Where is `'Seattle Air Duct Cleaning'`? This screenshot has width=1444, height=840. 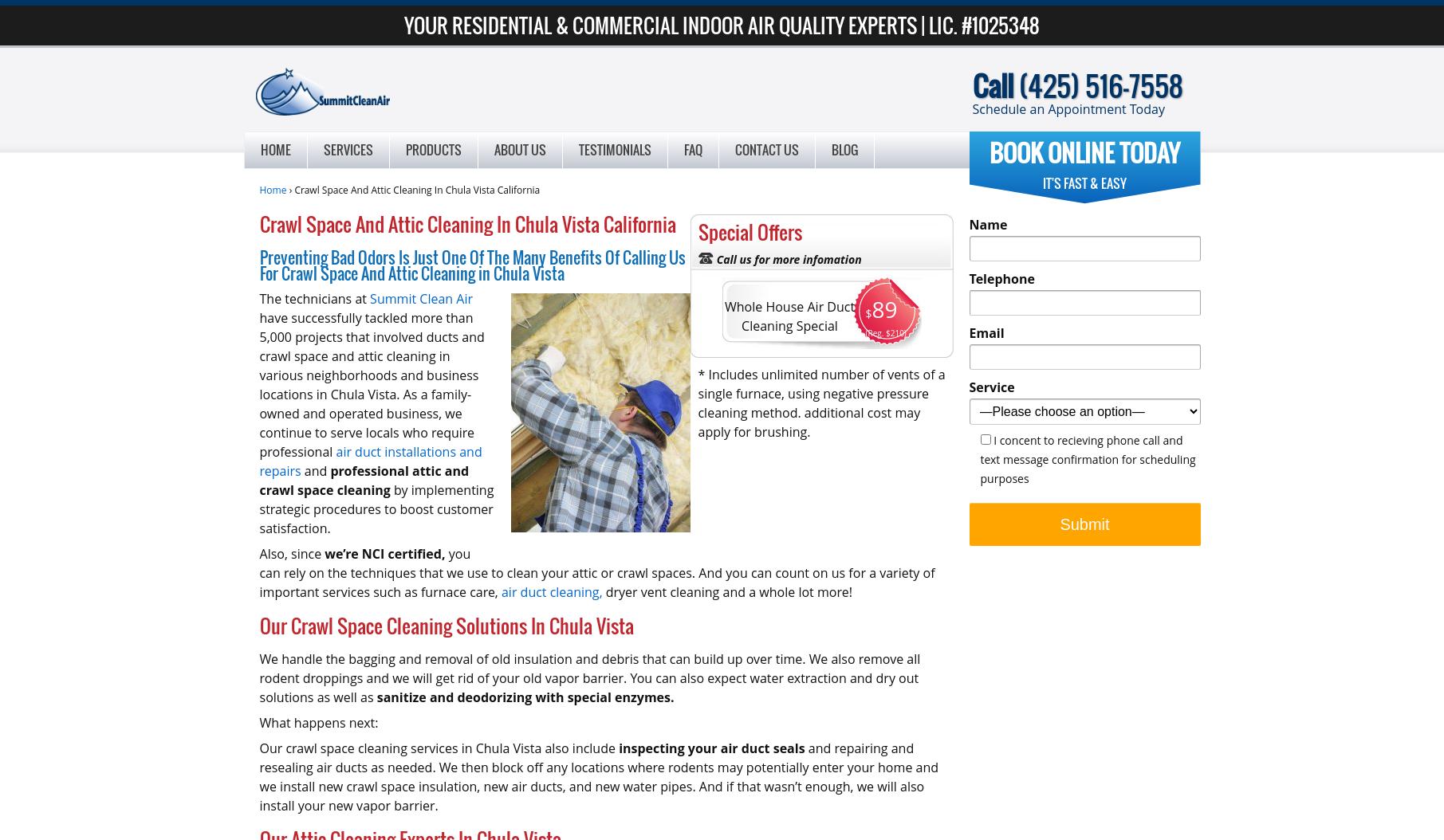
'Seattle Air Duct Cleaning' is located at coordinates (493, 212).